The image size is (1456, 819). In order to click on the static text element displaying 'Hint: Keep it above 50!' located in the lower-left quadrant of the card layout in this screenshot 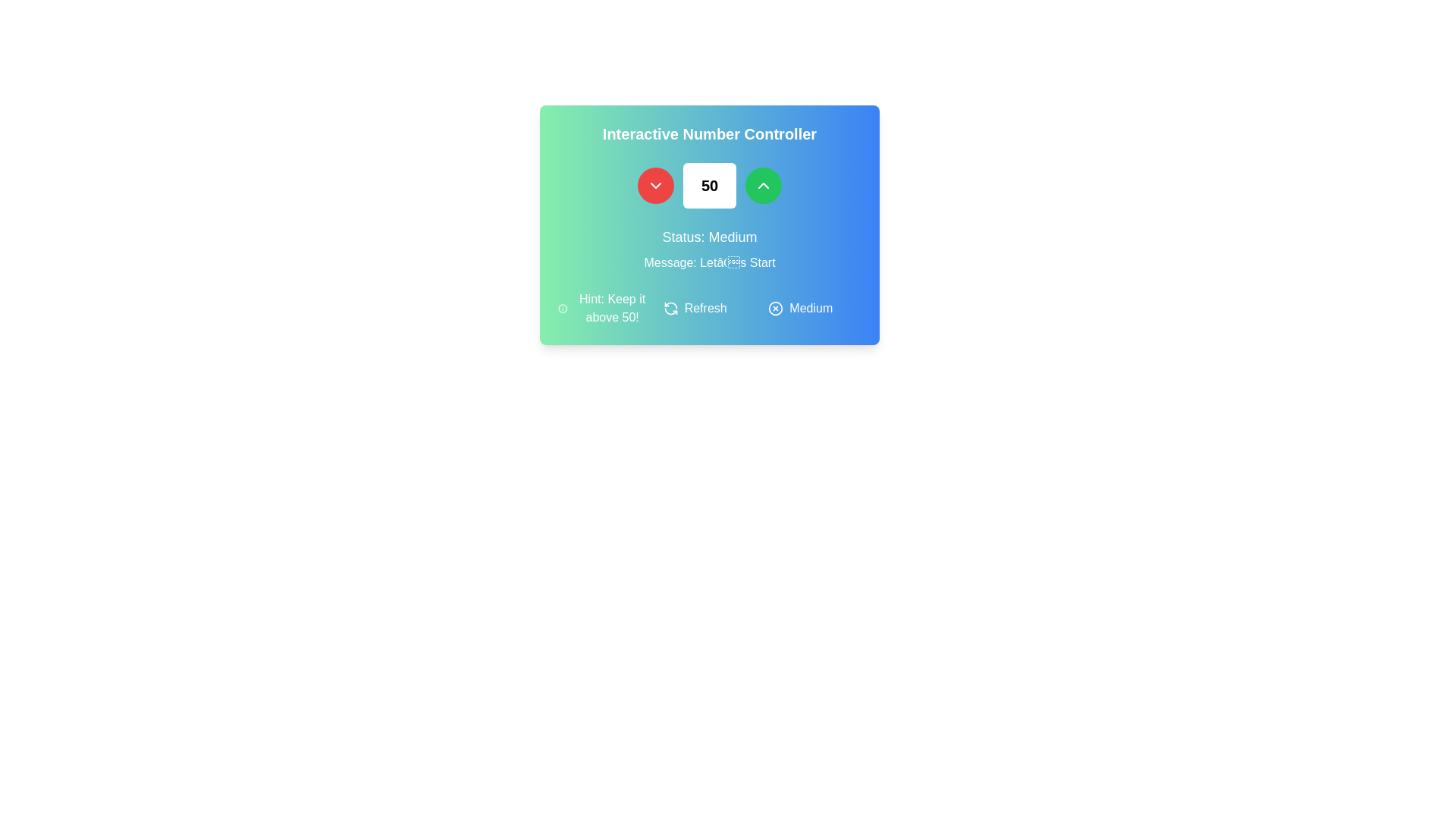, I will do `click(612, 308)`.